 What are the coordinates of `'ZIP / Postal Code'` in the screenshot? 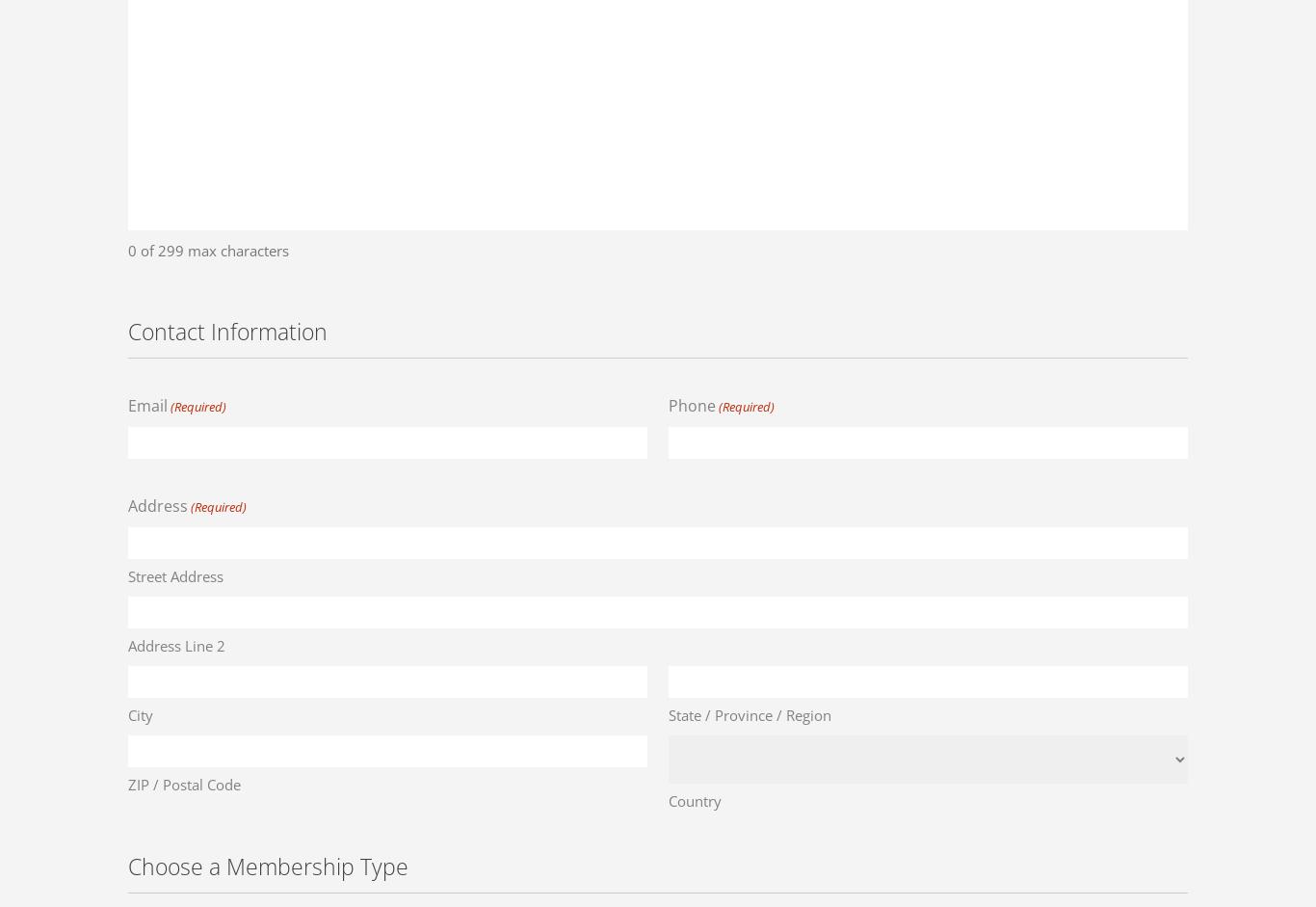 It's located at (183, 784).